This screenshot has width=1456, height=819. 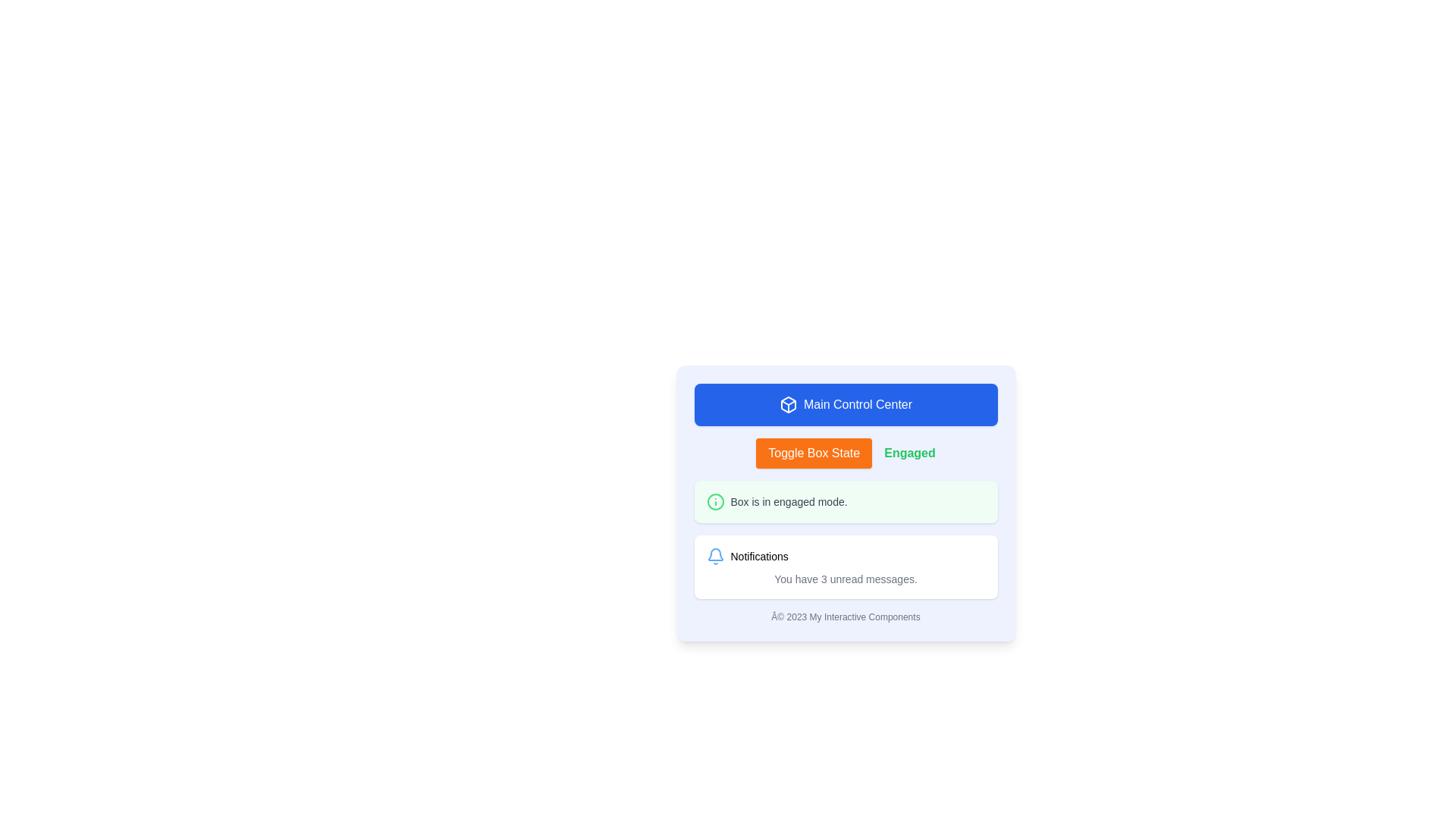 I want to click on the 'Toggle Box State' button in the composite UI component, so click(x=845, y=452).